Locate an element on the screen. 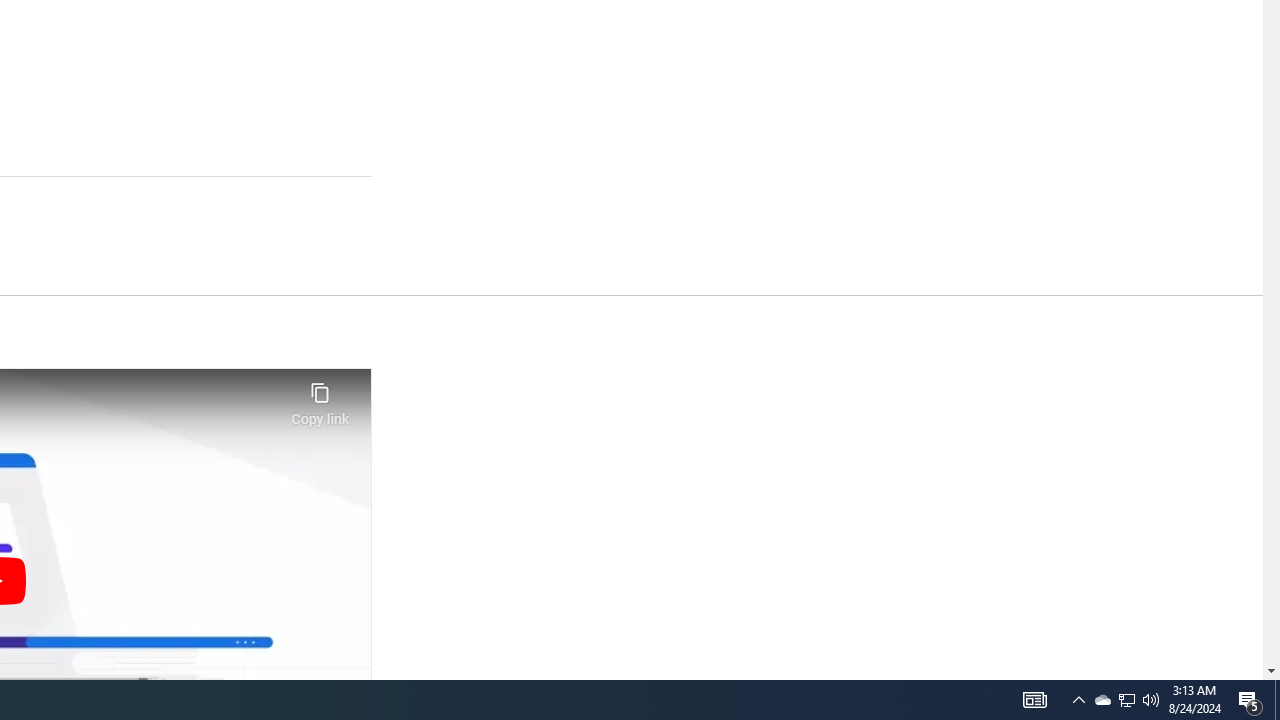 This screenshot has width=1280, height=720. 'Copy link' is located at coordinates (320, 398).